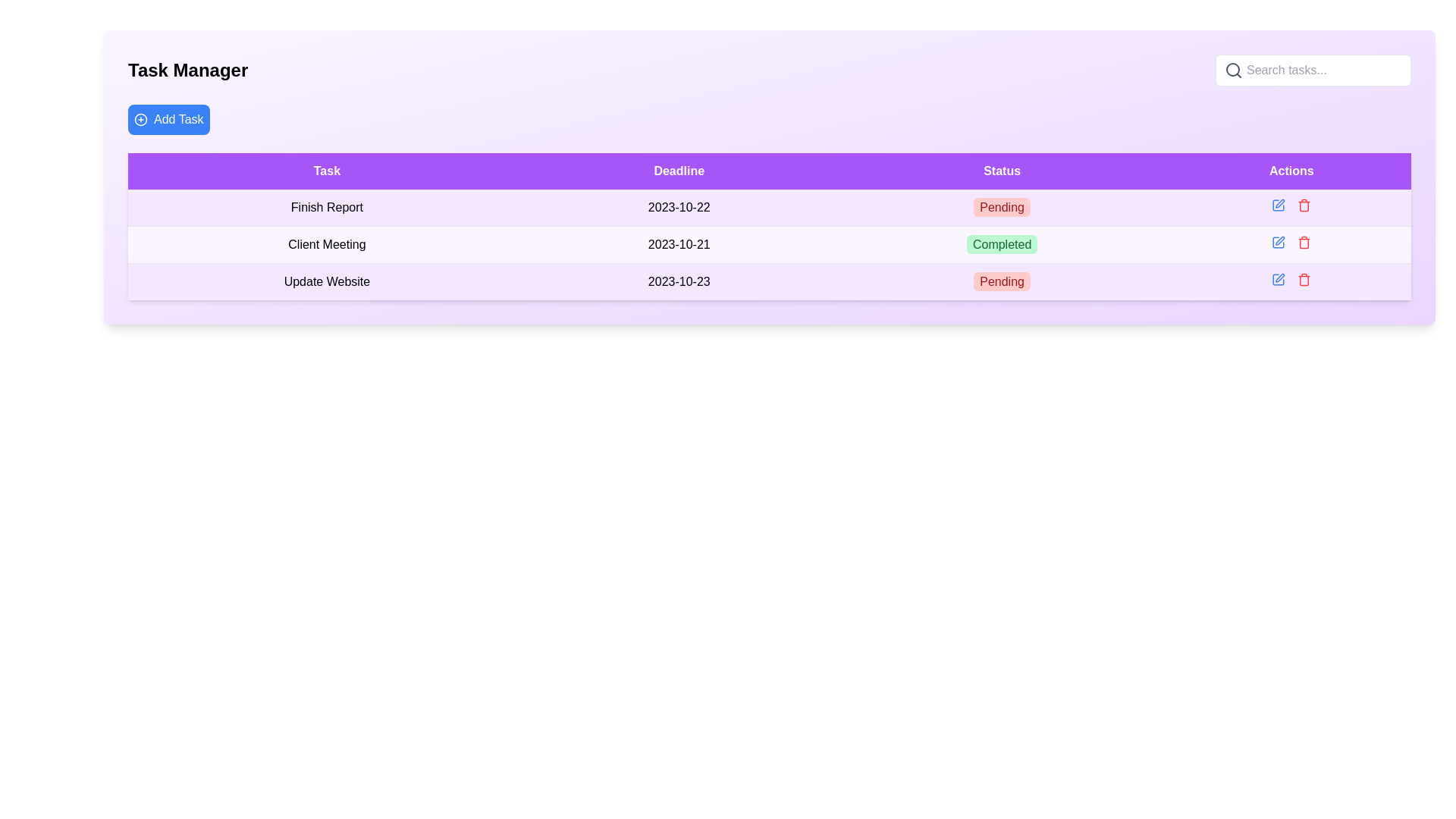  I want to click on the first clickable icon (edit button) under the 'Actions' column to initiate edit mode for the last task on the list, so click(1278, 280).